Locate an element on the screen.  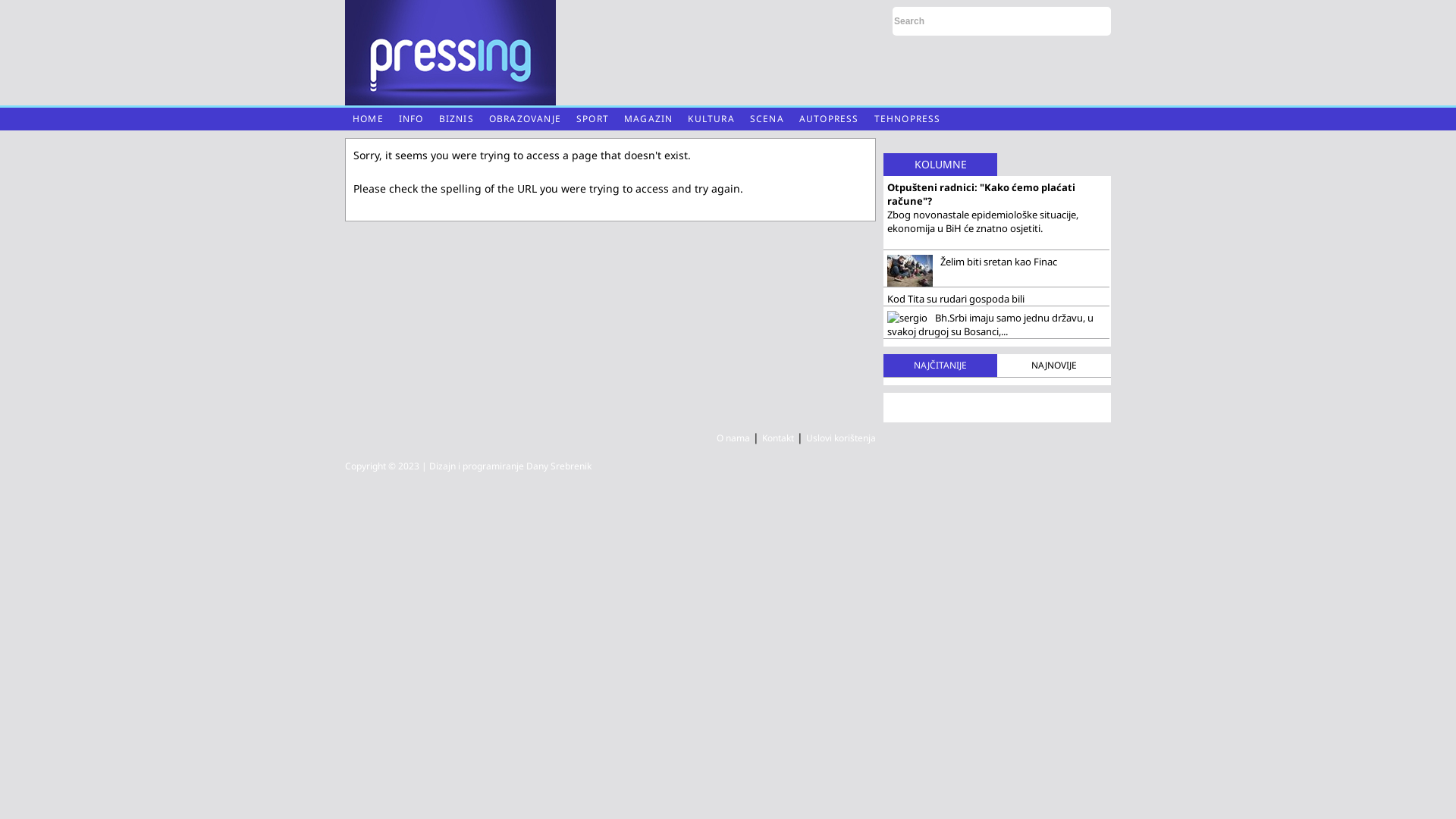
'Kod Tita su rudari gospoda bili' is located at coordinates (996, 298).